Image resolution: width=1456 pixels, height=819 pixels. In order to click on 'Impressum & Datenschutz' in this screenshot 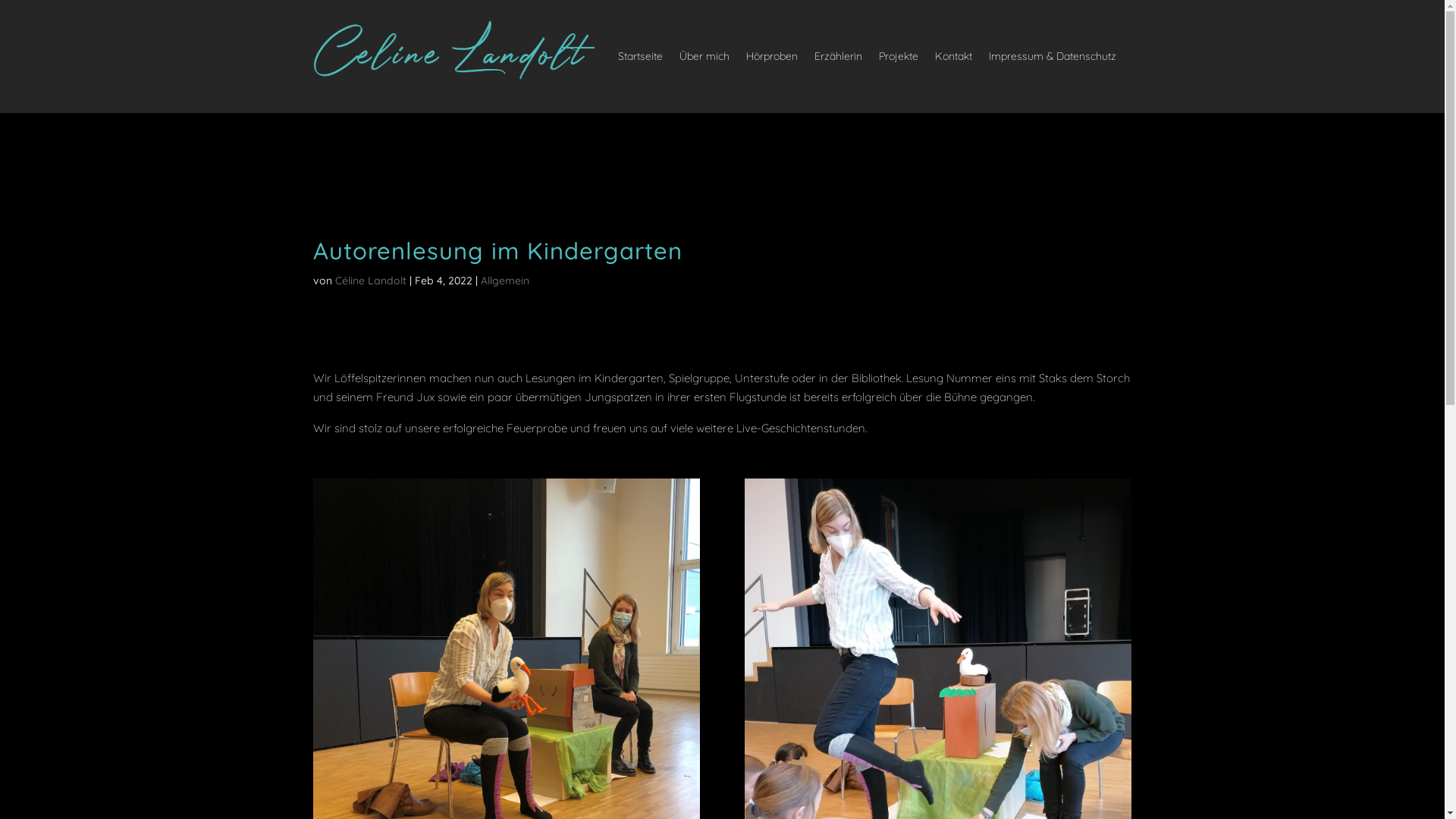, I will do `click(989, 55)`.